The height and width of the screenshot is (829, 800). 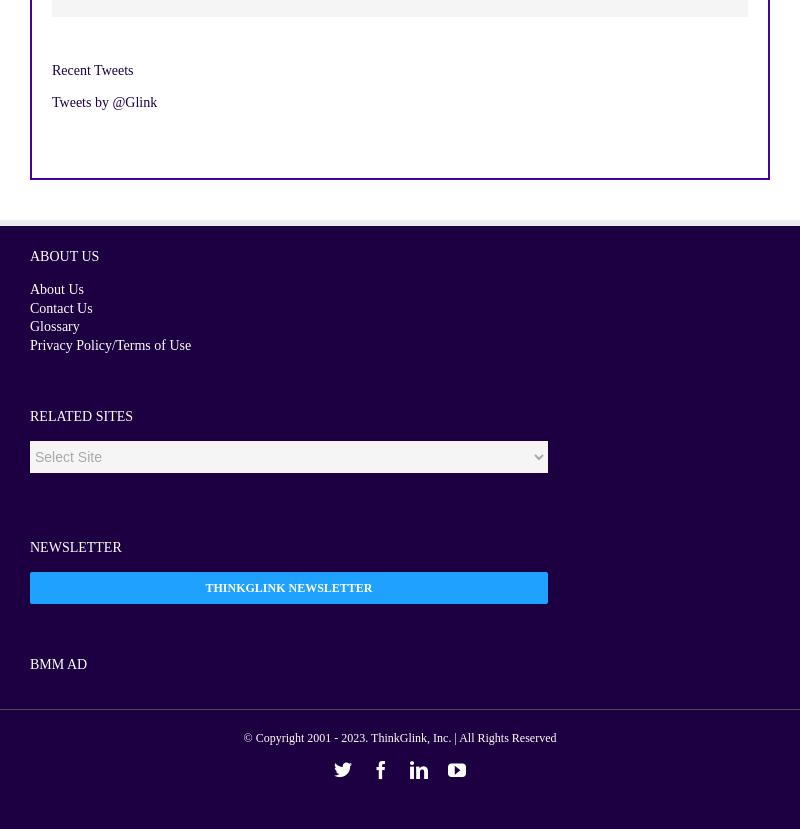 What do you see at coordinates (292, 736) in the screenshot?
I see `'© Copyright 2001 -'` at bounding box center [292, 736].